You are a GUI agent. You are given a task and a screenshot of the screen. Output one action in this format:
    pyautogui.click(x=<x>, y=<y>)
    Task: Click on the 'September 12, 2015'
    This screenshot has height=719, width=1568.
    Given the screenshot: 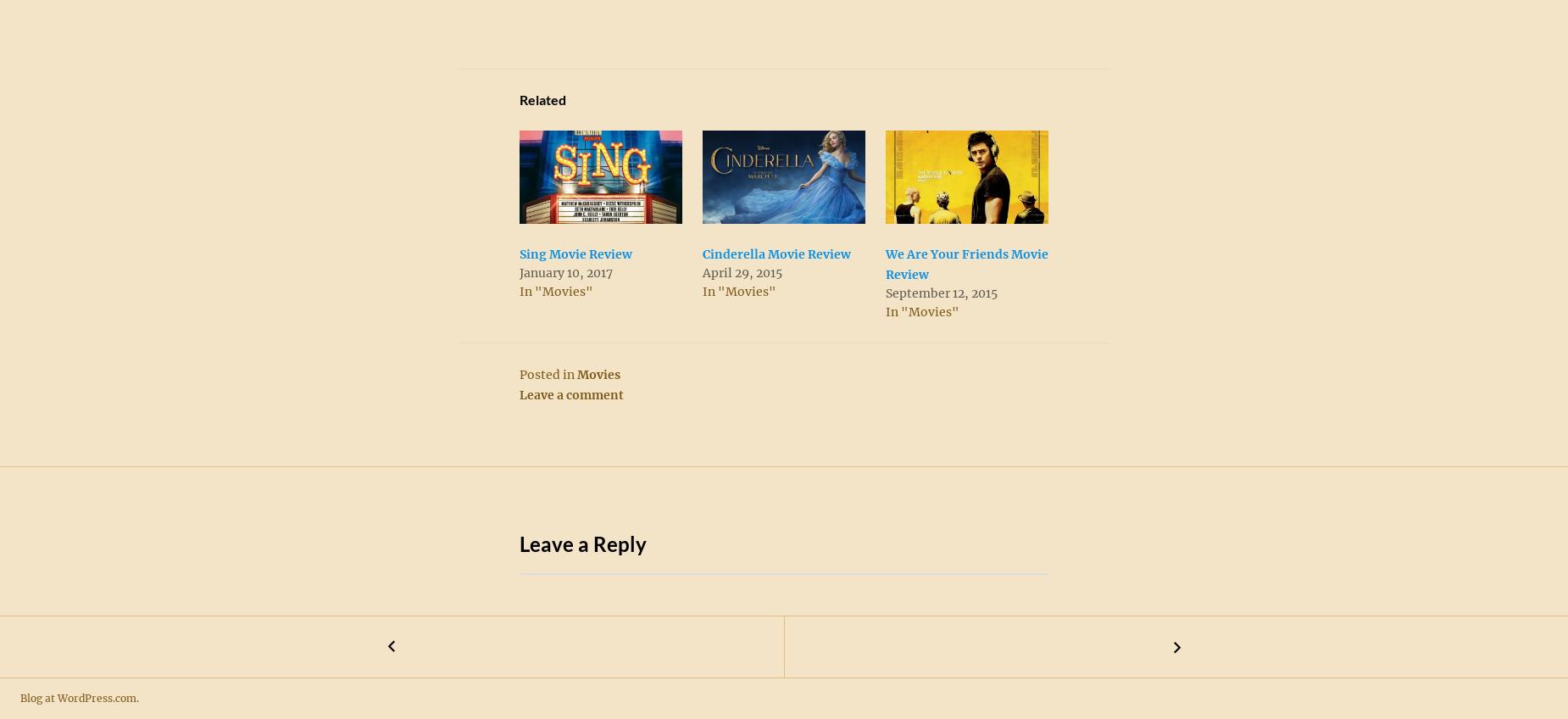 What is the action you would take?
    pyautogui.click(x=940, y=292)
    